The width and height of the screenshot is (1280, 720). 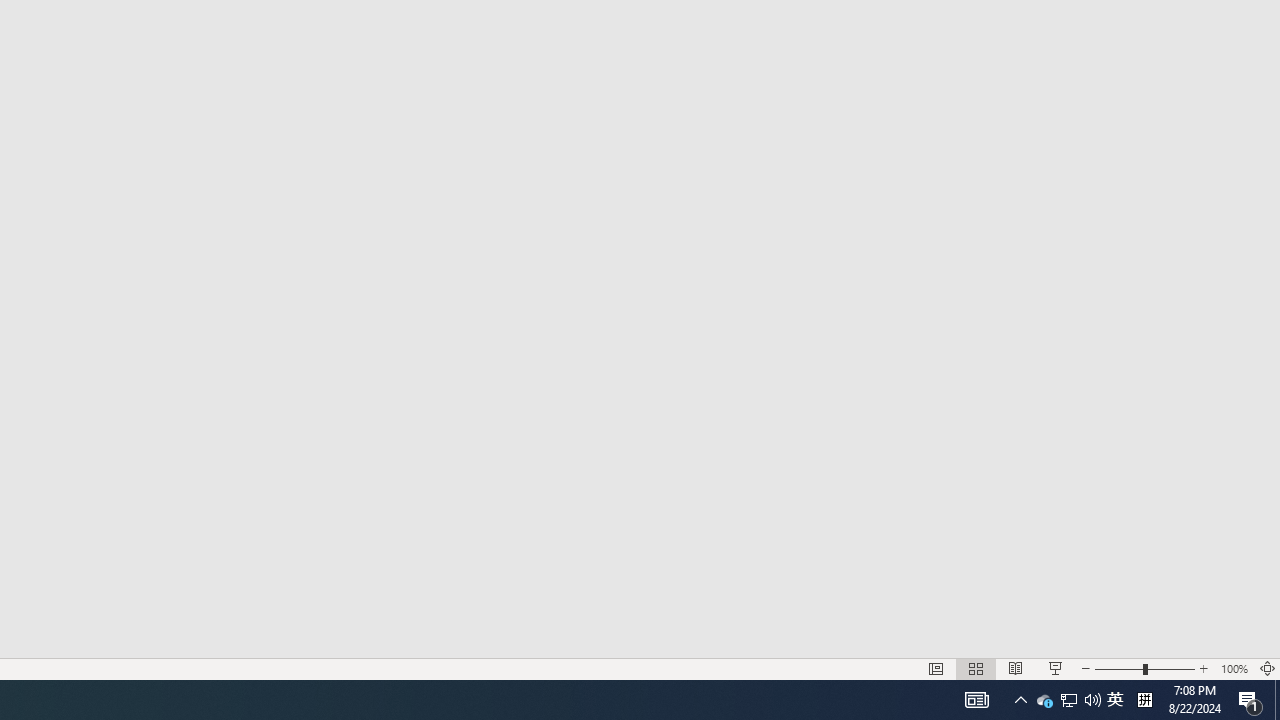 What do you see at coordinates (1233, 669) in the screenshot?
I see `'Zoom 100%'` at bounding box center [1233, 669].